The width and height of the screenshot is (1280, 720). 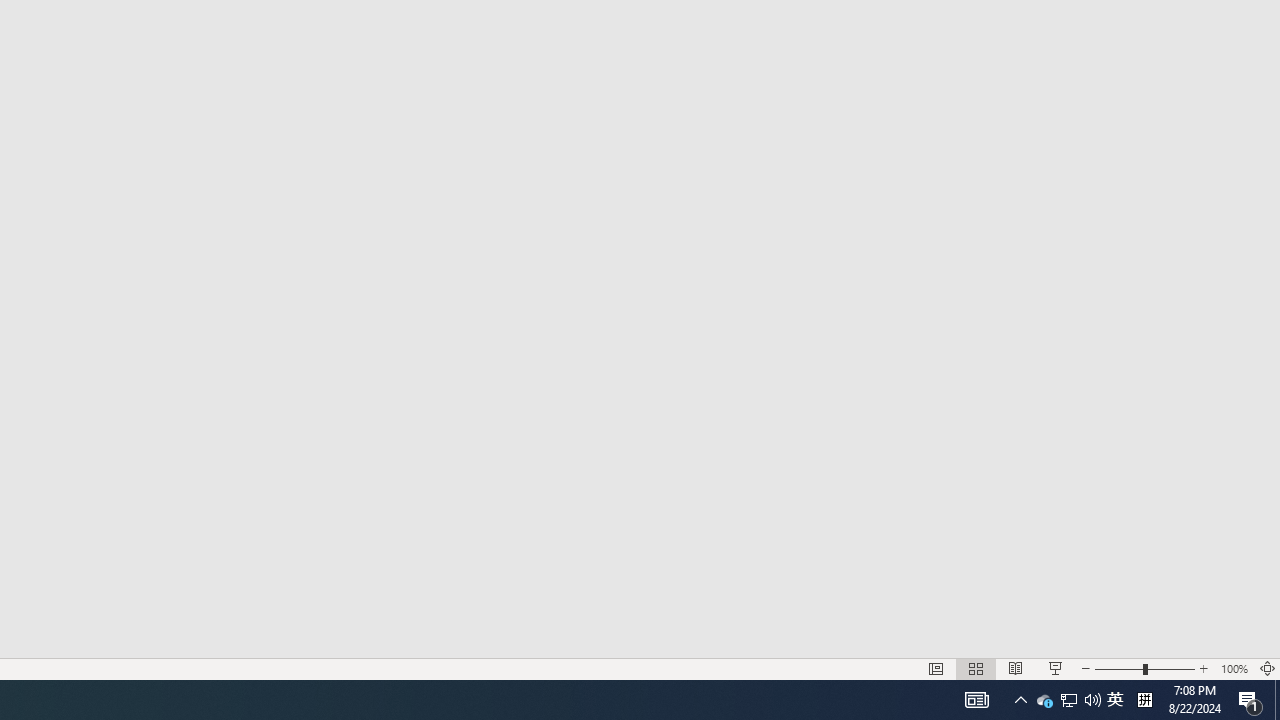 What do you see at coordinates (1233, 669) in the screenshot?
I see `'Zoom 100%'` at bounding box center [1233, 669].